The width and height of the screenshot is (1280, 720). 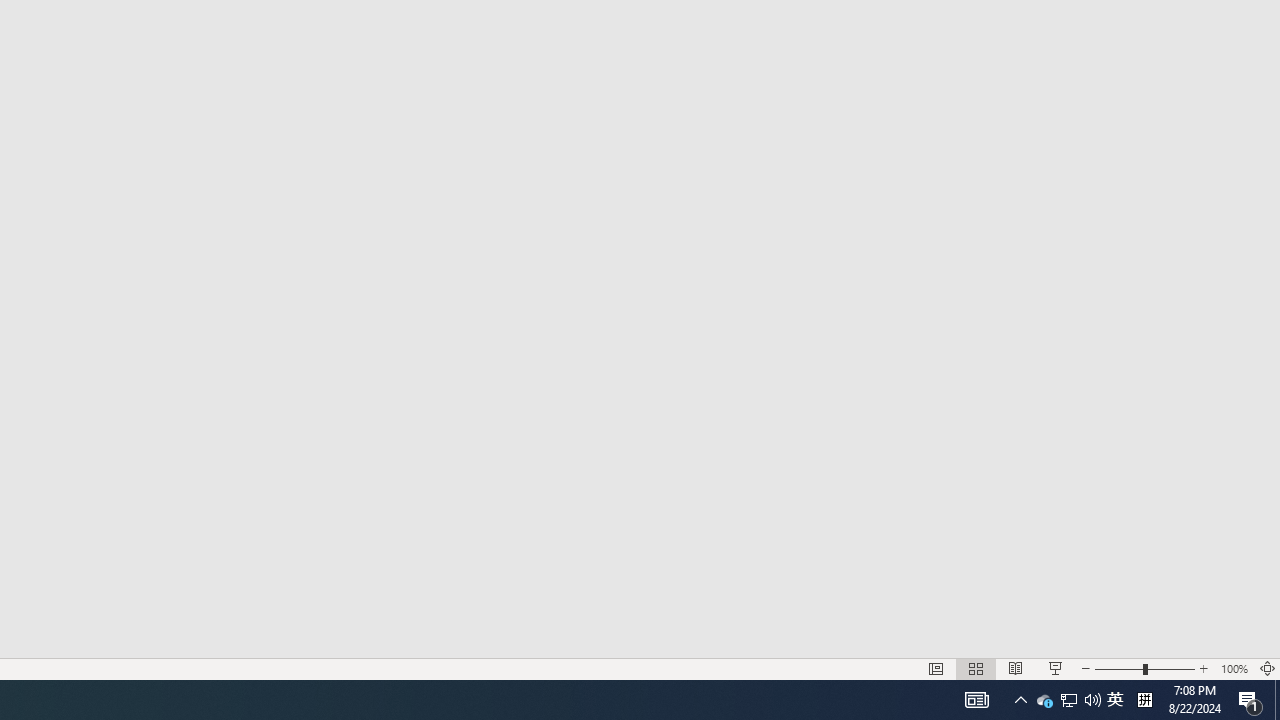 What do you see at coordinates (1233, 669) in the screenshot?
I see `'Zoom 100%'` at bounding box center [1233, 669].